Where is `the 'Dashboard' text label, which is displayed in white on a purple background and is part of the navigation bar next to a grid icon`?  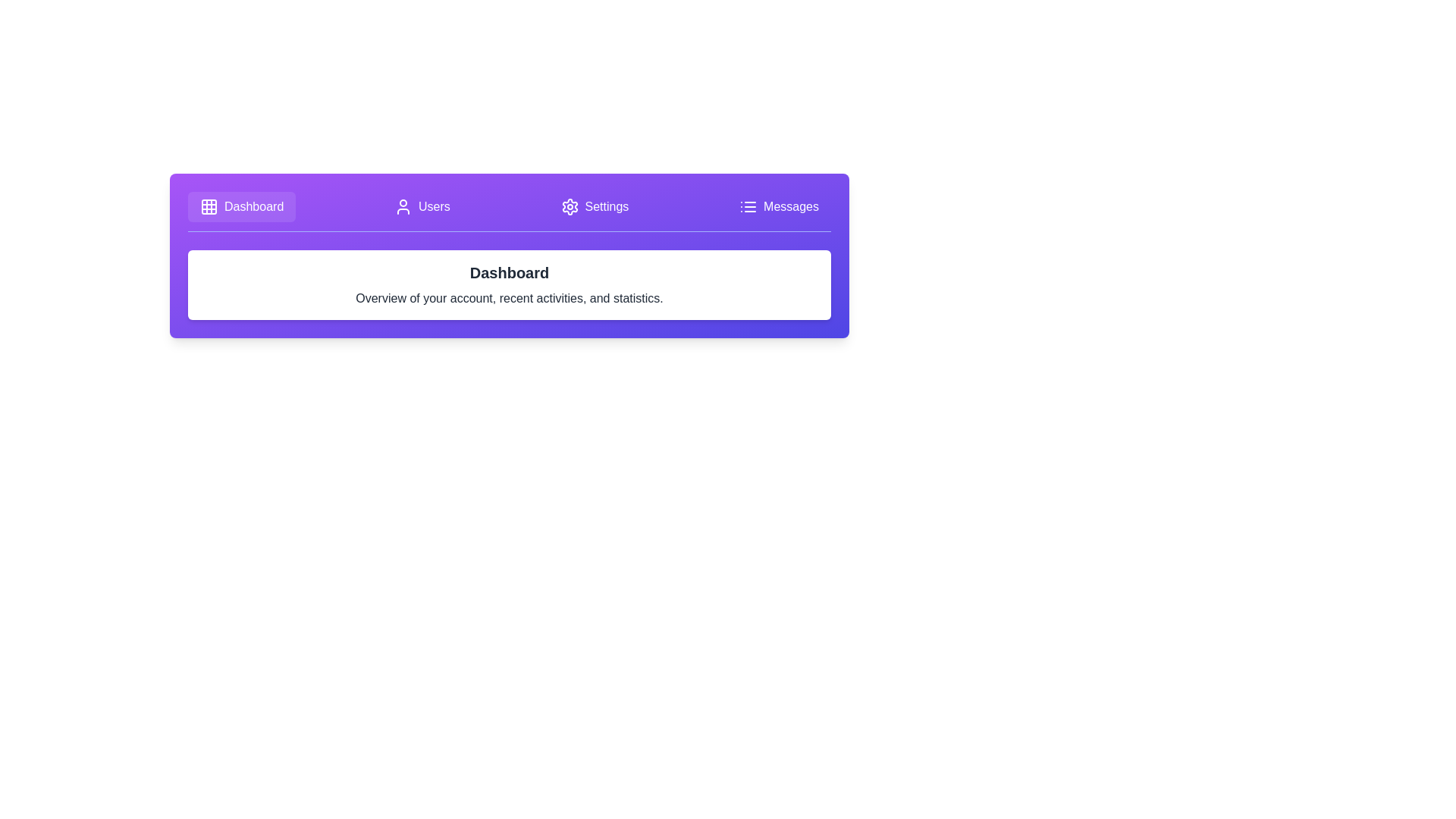 the 'Dashboard' text label, which is displayed in white on a purple background and is part of the navigation bar next to a grid icon is located at coordinates (254, 207).